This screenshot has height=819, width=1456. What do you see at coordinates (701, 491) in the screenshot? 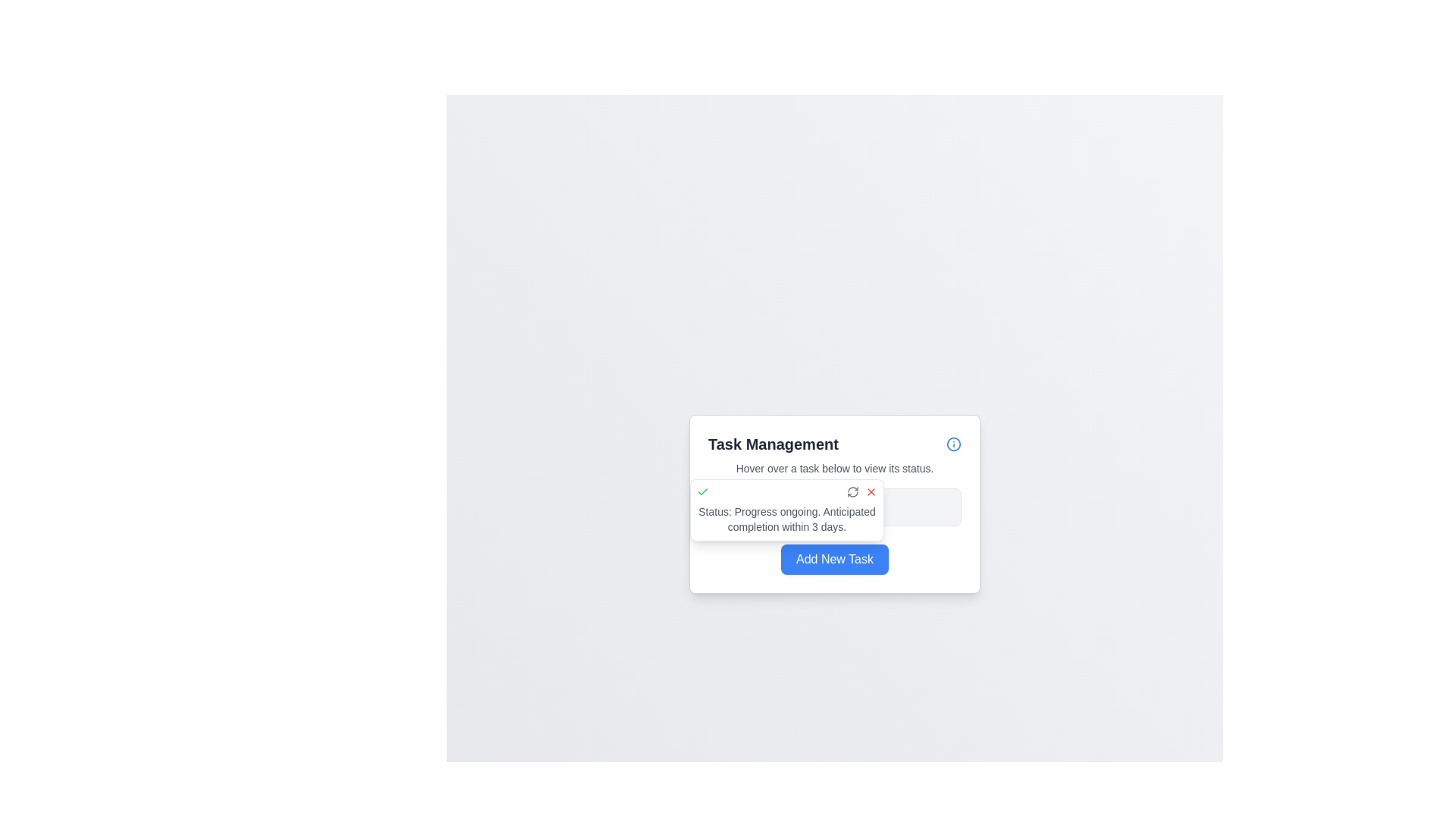
I see `the green check mark icon, which is the first icon in its group, indicating a completed status` at bounding box center [701, 491].